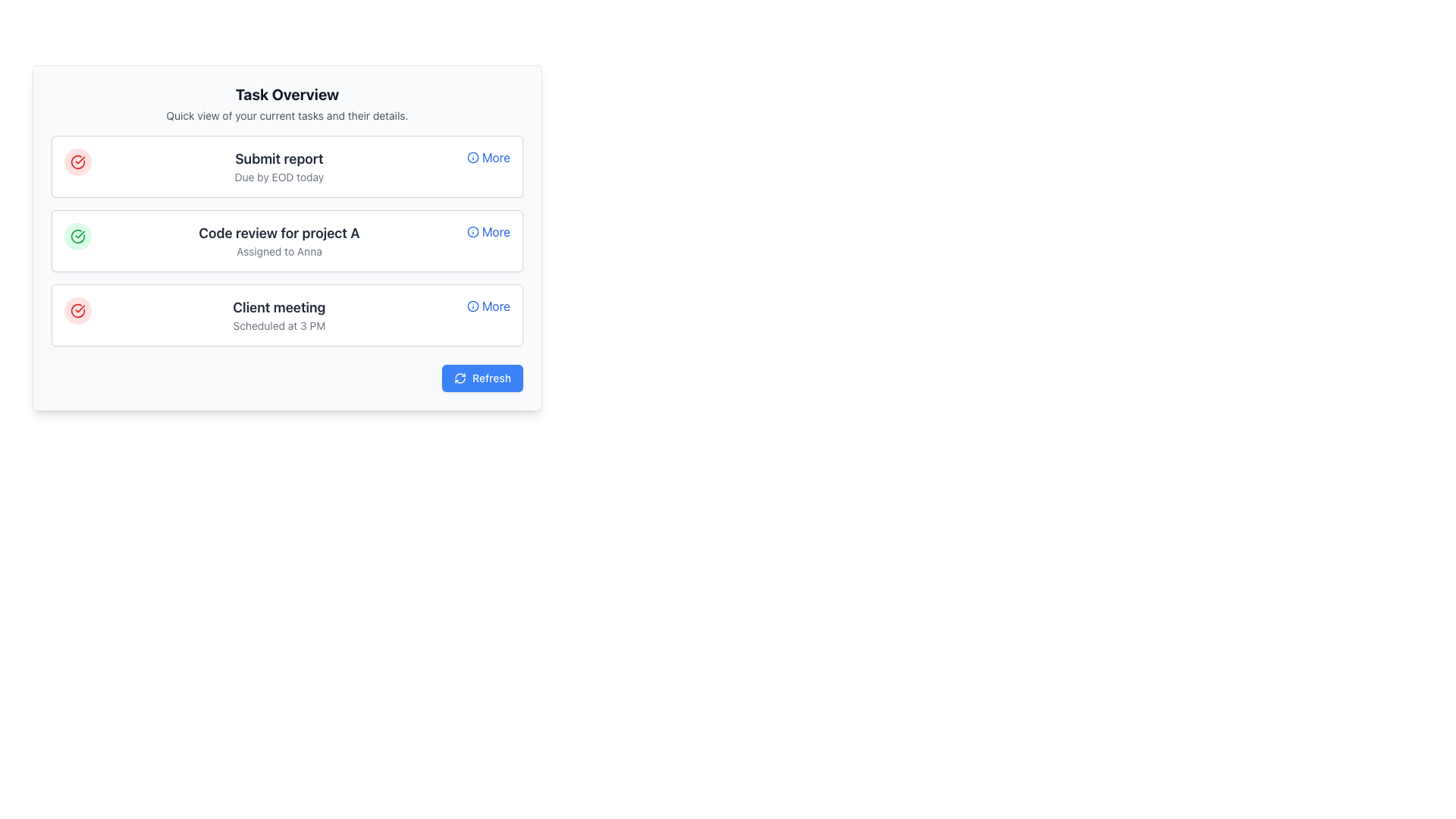 This screenshot has width=1456, height=819. I want to click on the static text element displaying 'Code review for project A' which is centrally aligned in the second card-like section below the heading 'Task Overview', so click(279, 234).